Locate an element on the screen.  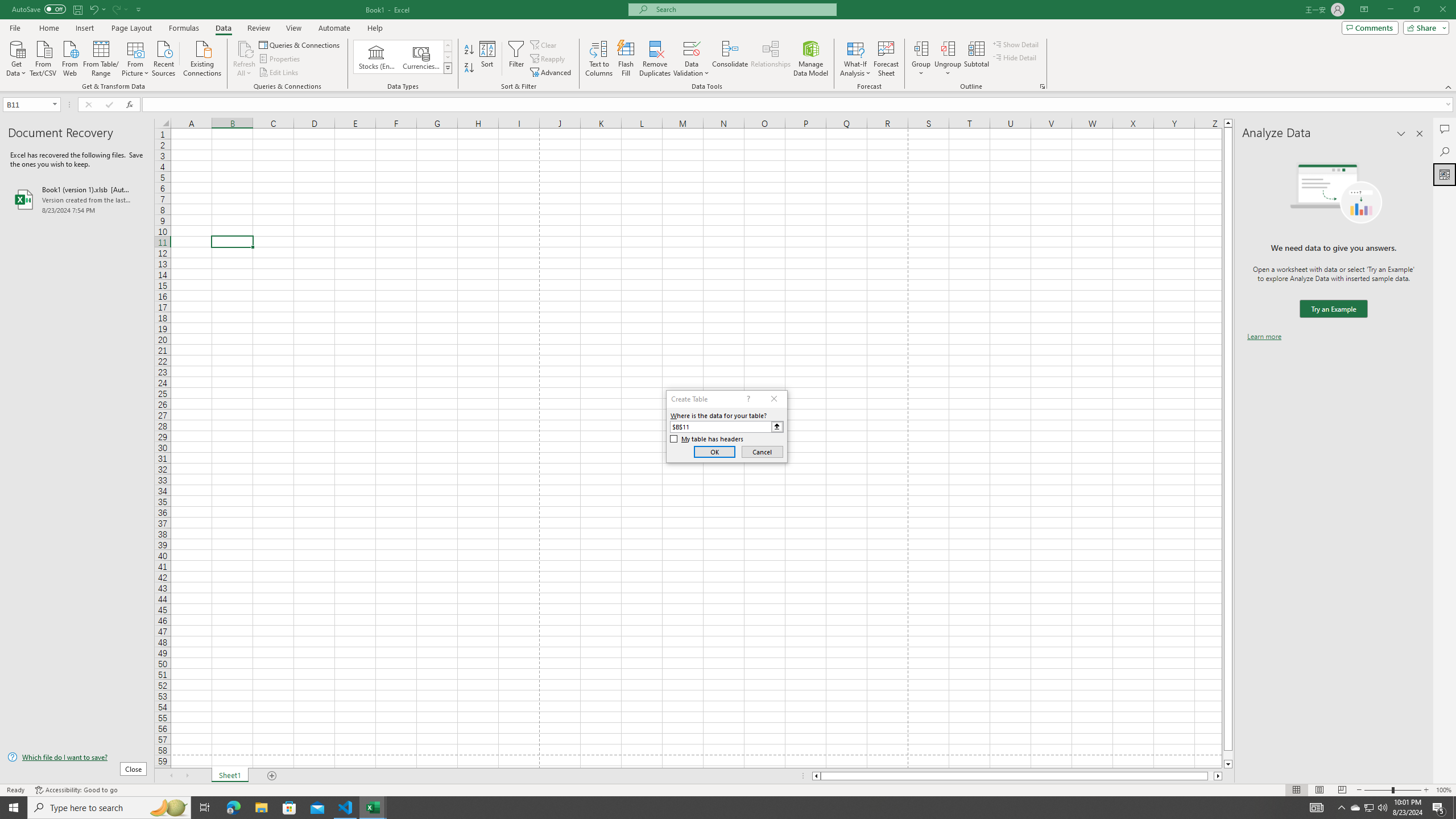
'Line up' is located at coordinates (1228, 122).